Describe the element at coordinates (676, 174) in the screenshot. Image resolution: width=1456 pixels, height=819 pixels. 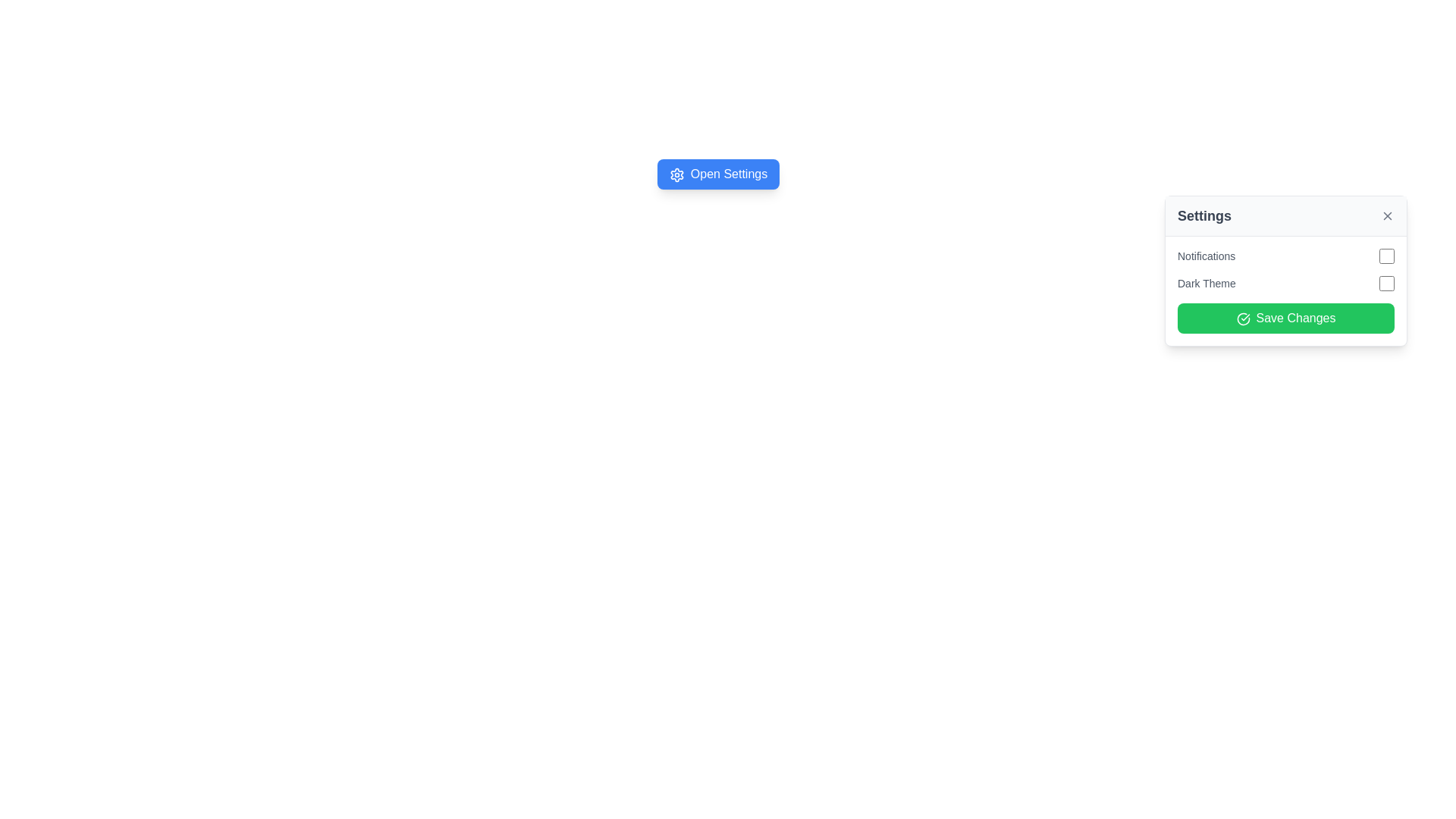
I see `the gear-shaped icon associated with the 'Open Settings' button, which has a transparent background and a thin outline against a blue background` at that location.